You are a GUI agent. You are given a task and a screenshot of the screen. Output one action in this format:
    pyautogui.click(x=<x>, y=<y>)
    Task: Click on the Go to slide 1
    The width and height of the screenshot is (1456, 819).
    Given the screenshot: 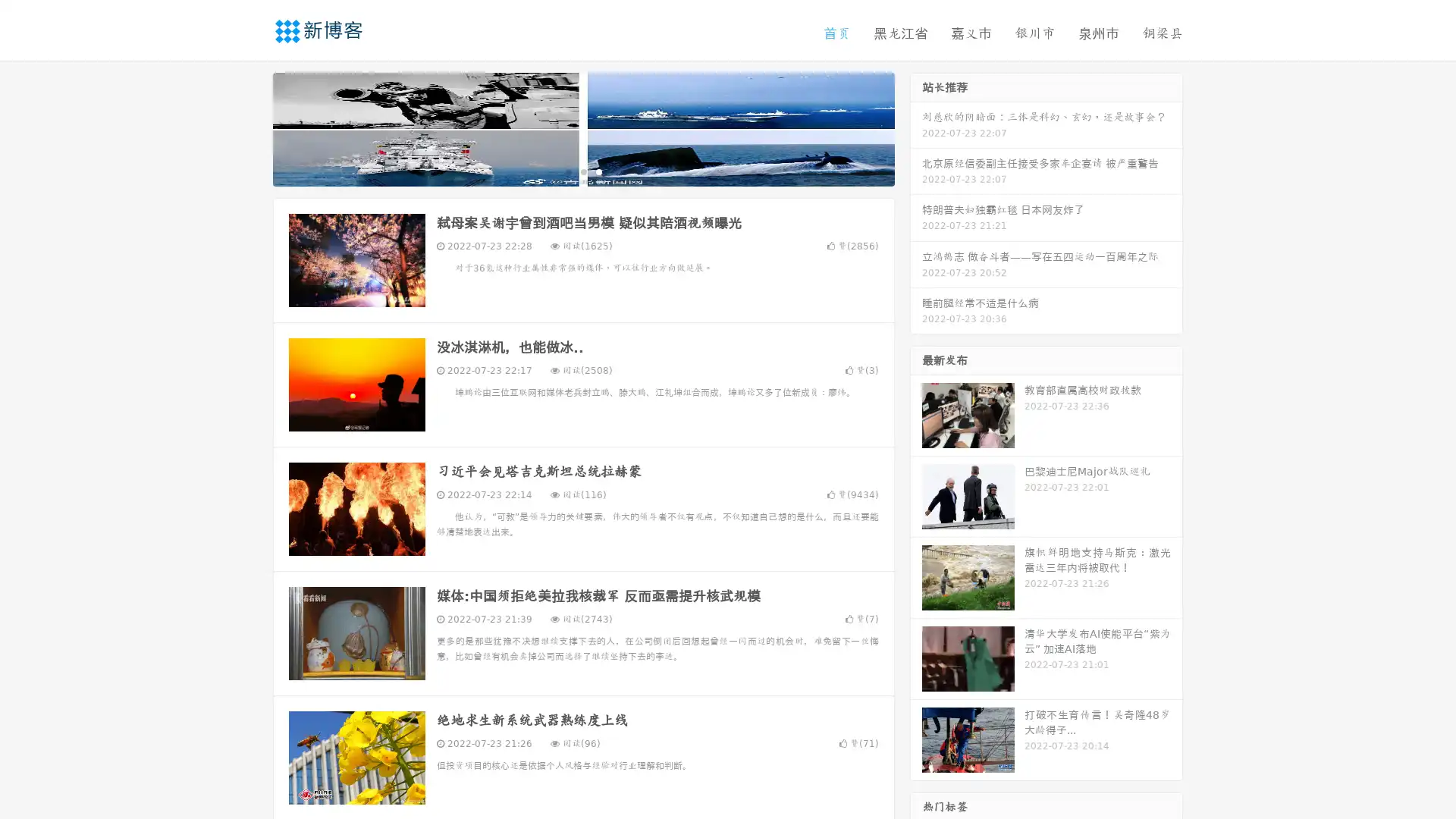 What is the action you would take?
    pyautogui.click(x=567, y=171)
    